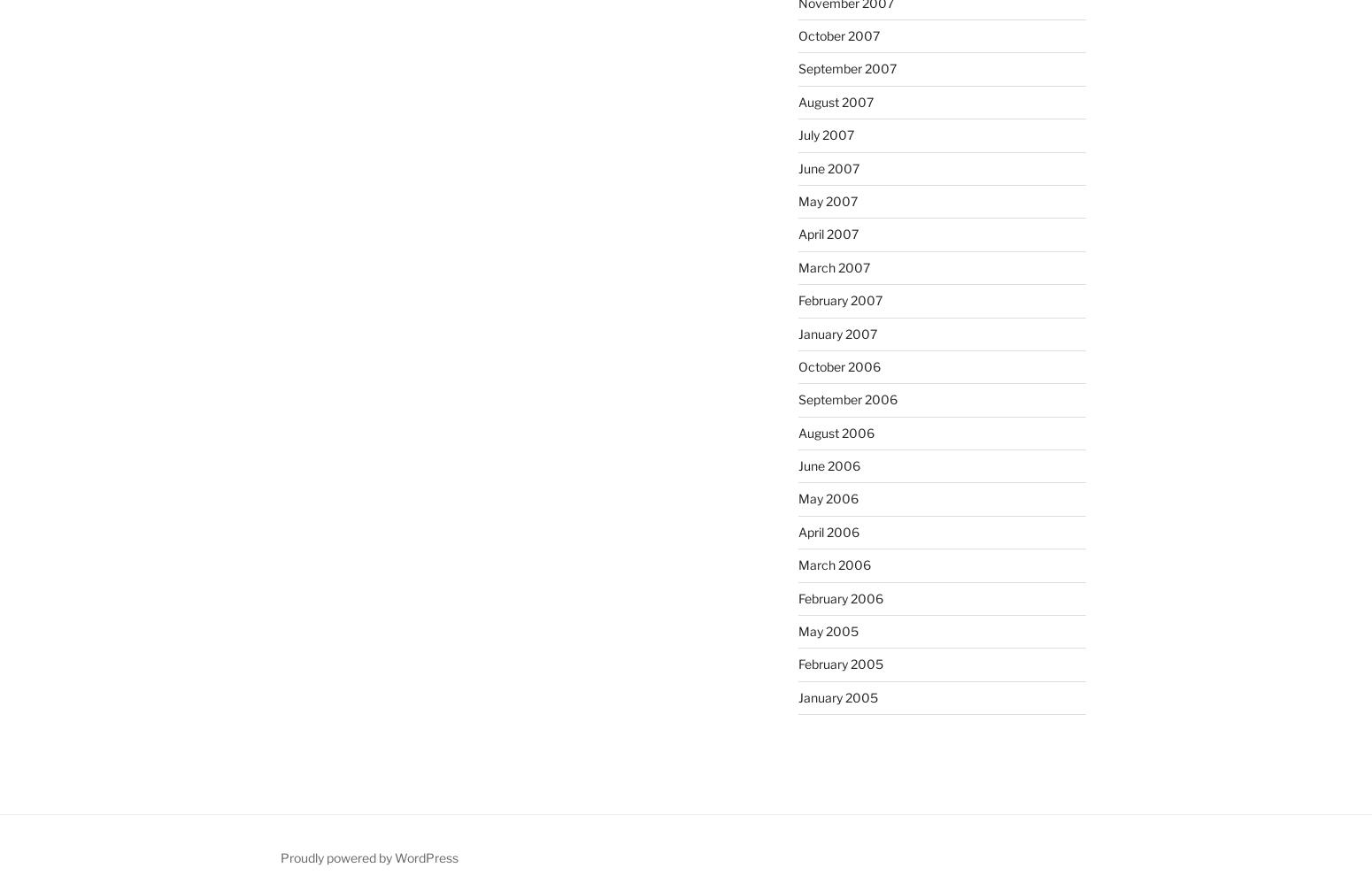 The width and height of the screenshot is (1372, 891). Describe the element at coordinates (836, 695) in the screenshot. I see `'January 2005'` at that location.